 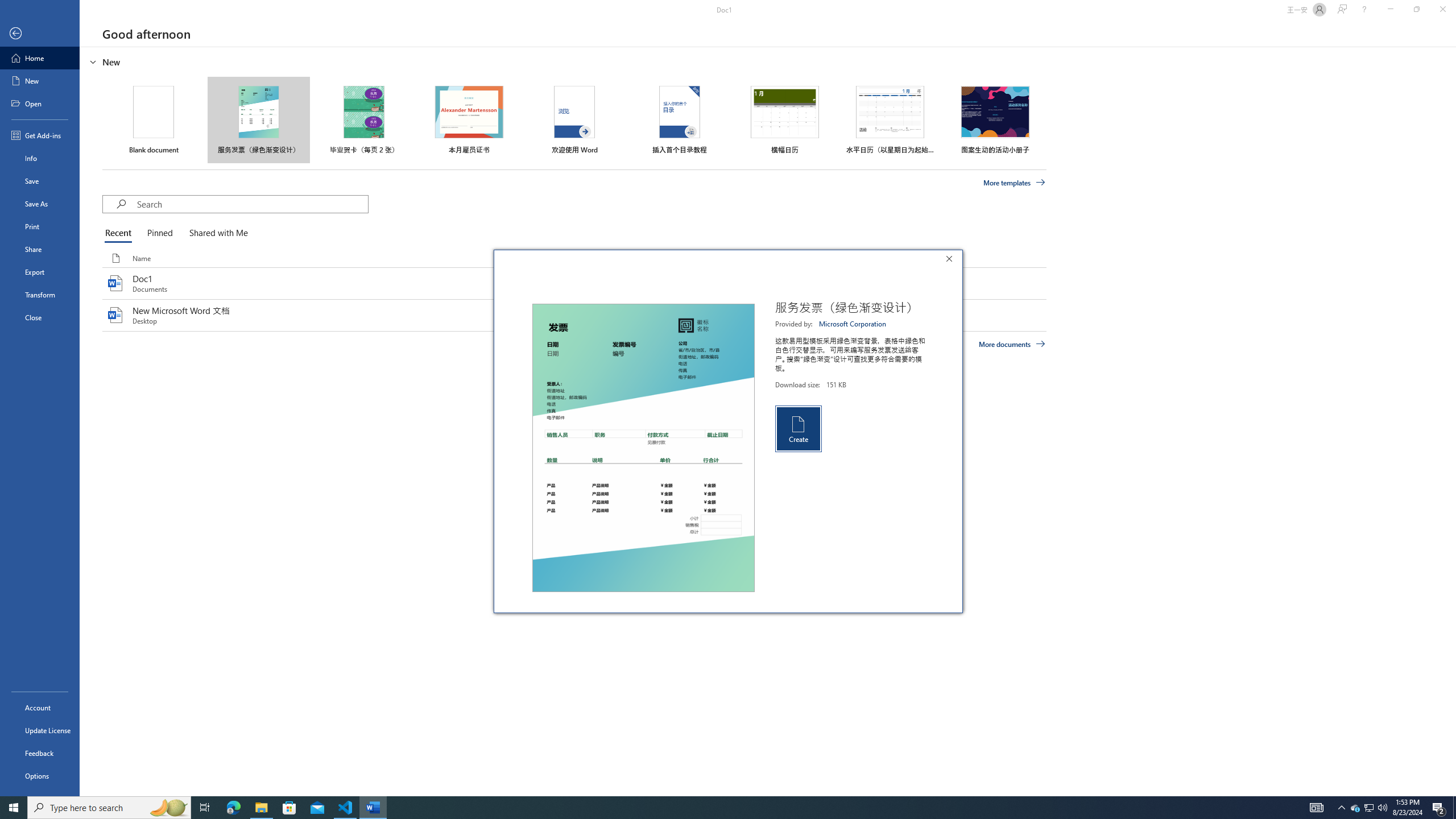 I want to click on 'Hide or show region', so click(x=93, y=61).